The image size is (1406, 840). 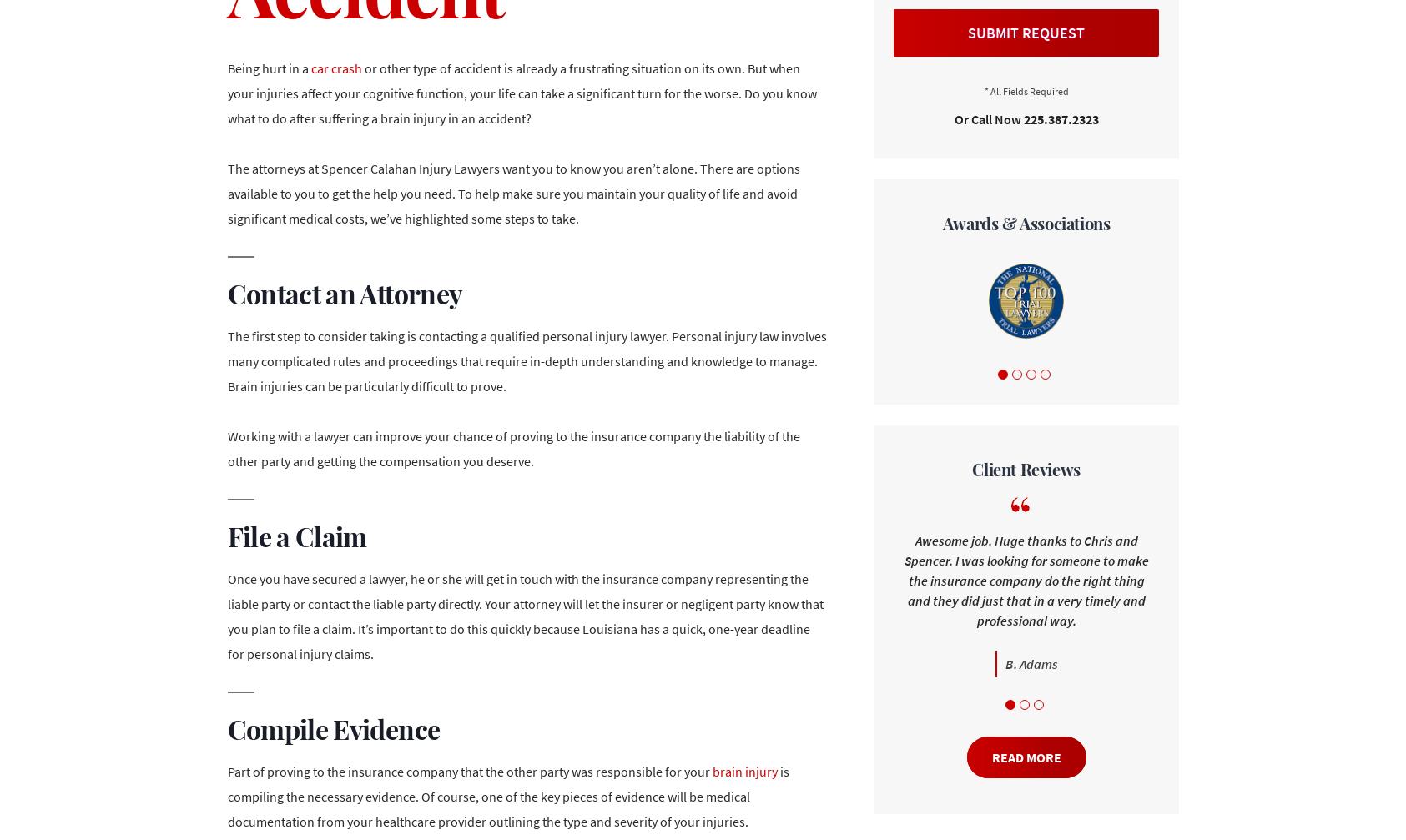 I want to click on 'Once you have secured a lawyer, he or she will get in touch with the insurance company representing the liable party or contact the liable party directly. Your attorney will let the insurer or negligent party know that you plan to file a claim. It’s important to do this quickly because Louisiana has a quick, one-year deadline for personal injury claims.', so click(x=525, y=616).